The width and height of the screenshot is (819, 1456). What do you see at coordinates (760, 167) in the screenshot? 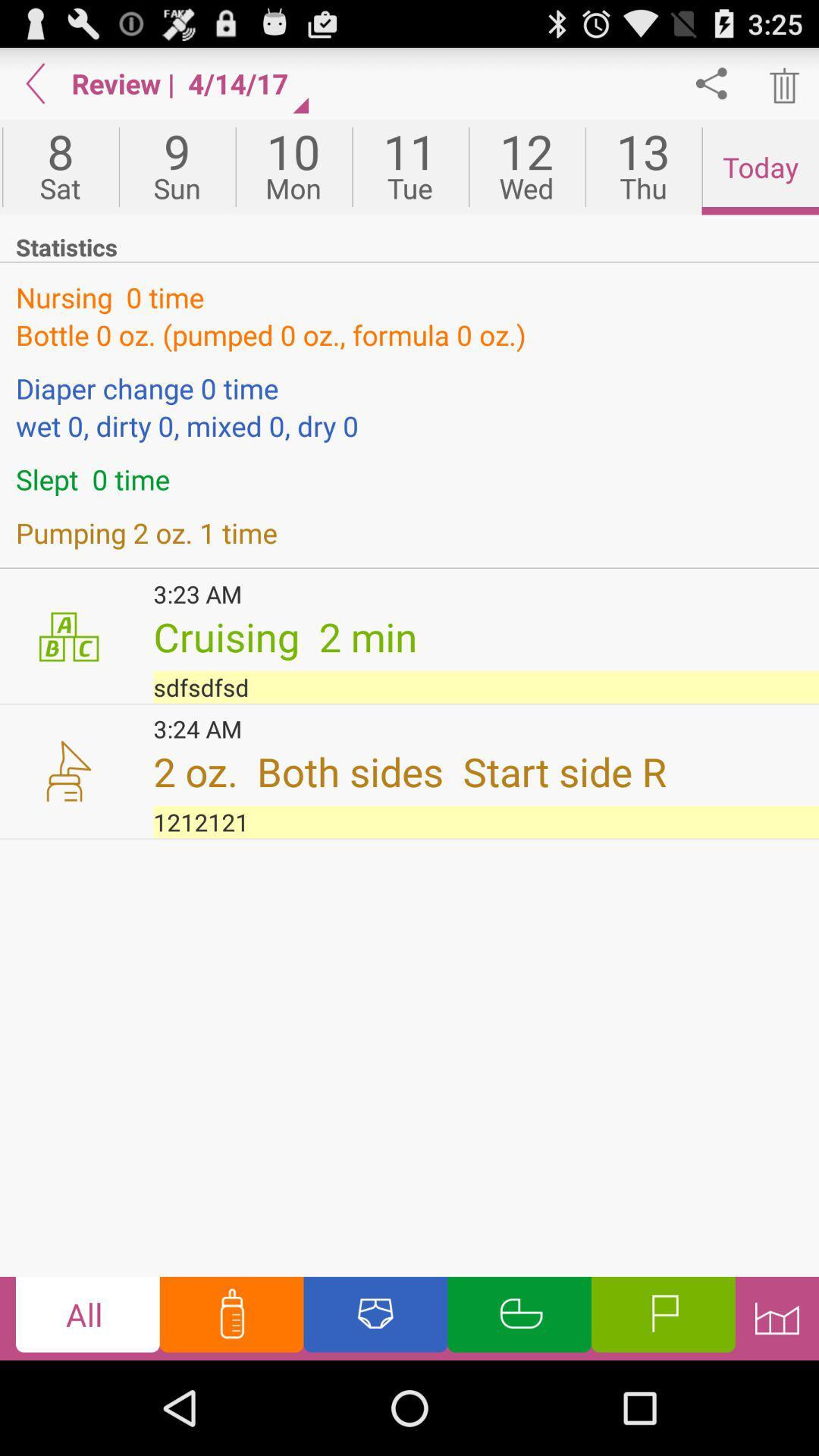
I see `the item above statistics icon` at bounding box center [760, 167].